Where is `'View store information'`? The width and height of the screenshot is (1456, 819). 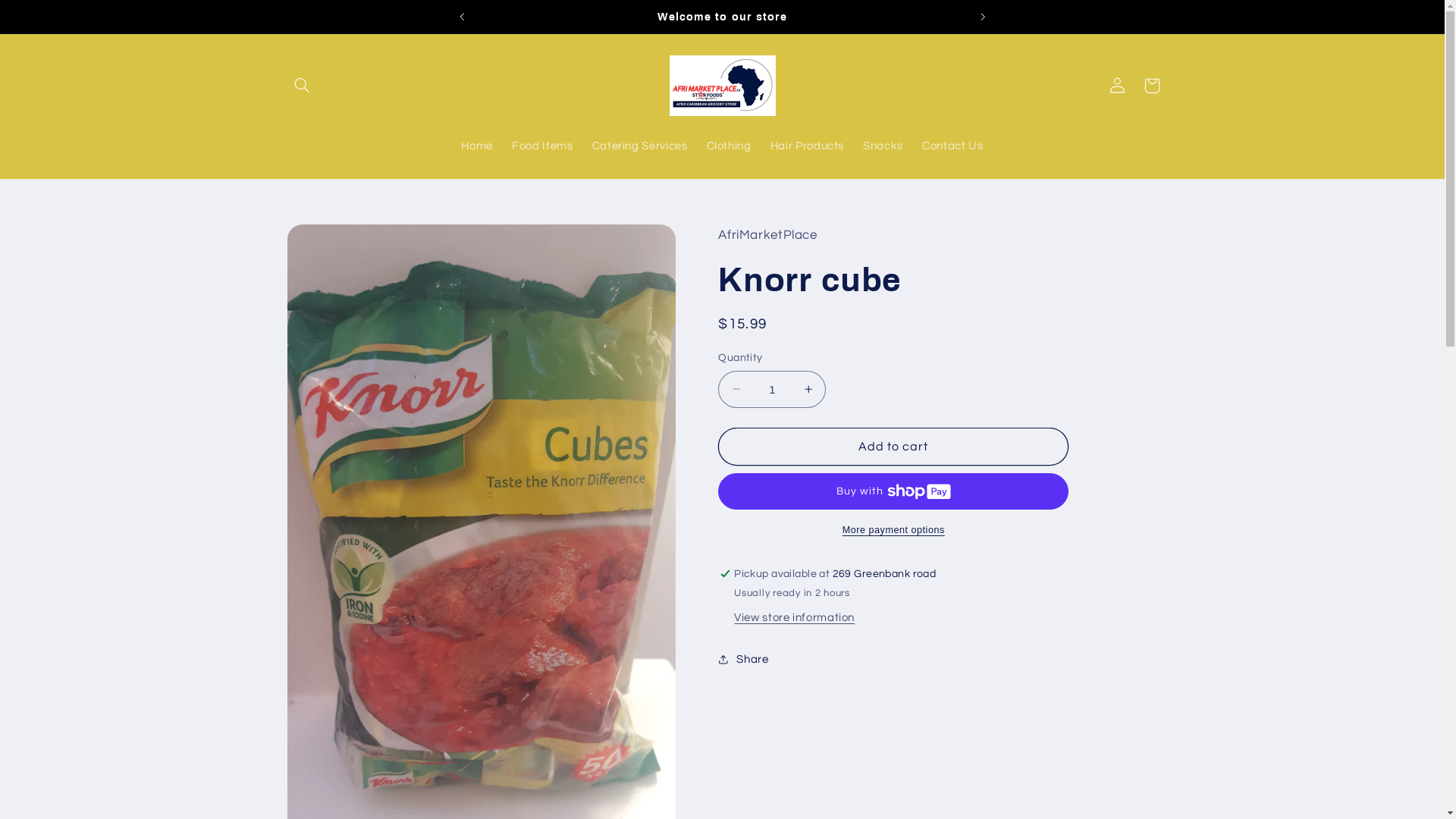 'View store information' is located at coordinates (793, 618).